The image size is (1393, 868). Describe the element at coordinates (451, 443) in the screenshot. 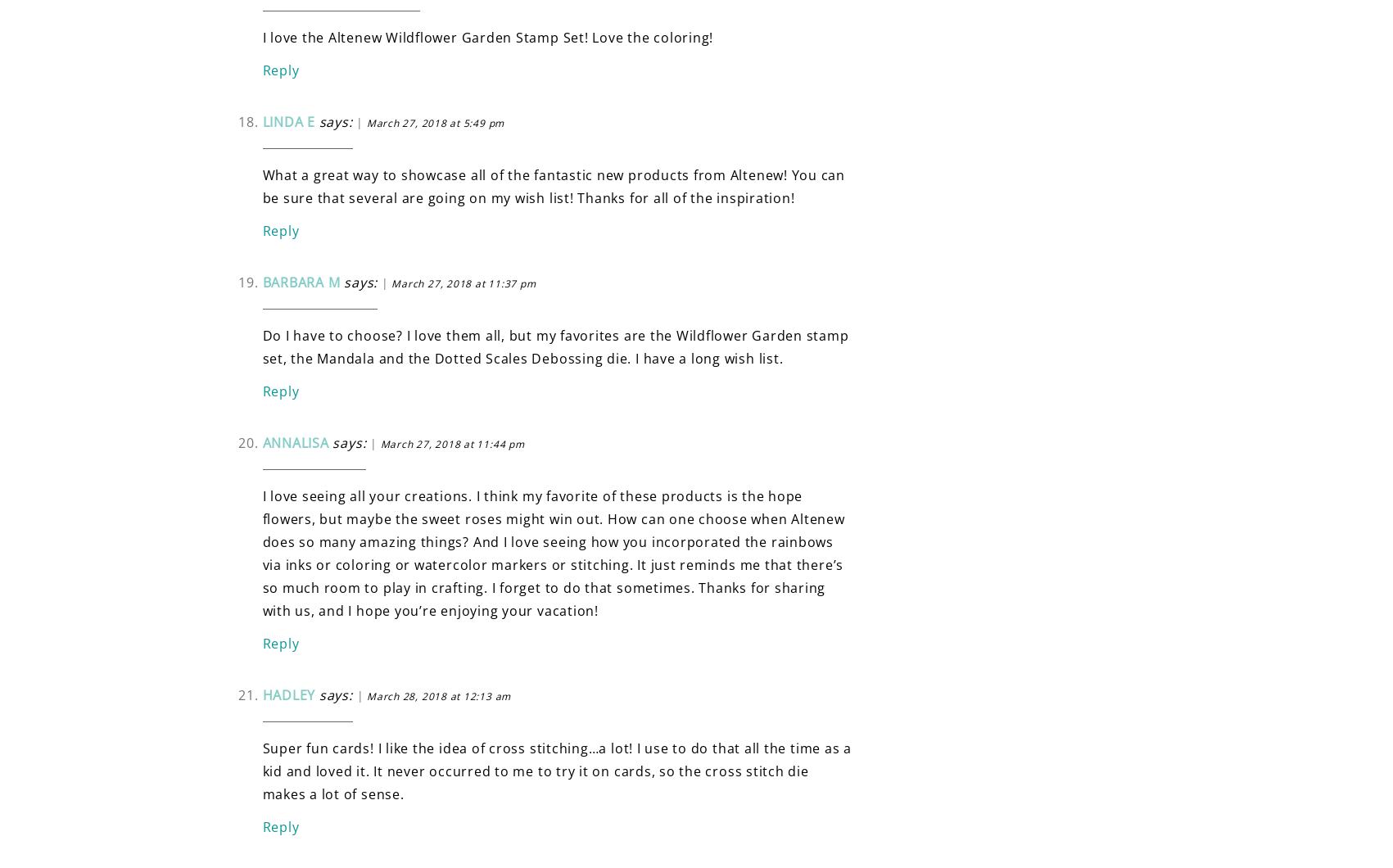

I see `'March 27, 2018 at 11:44 pm'` at that location.